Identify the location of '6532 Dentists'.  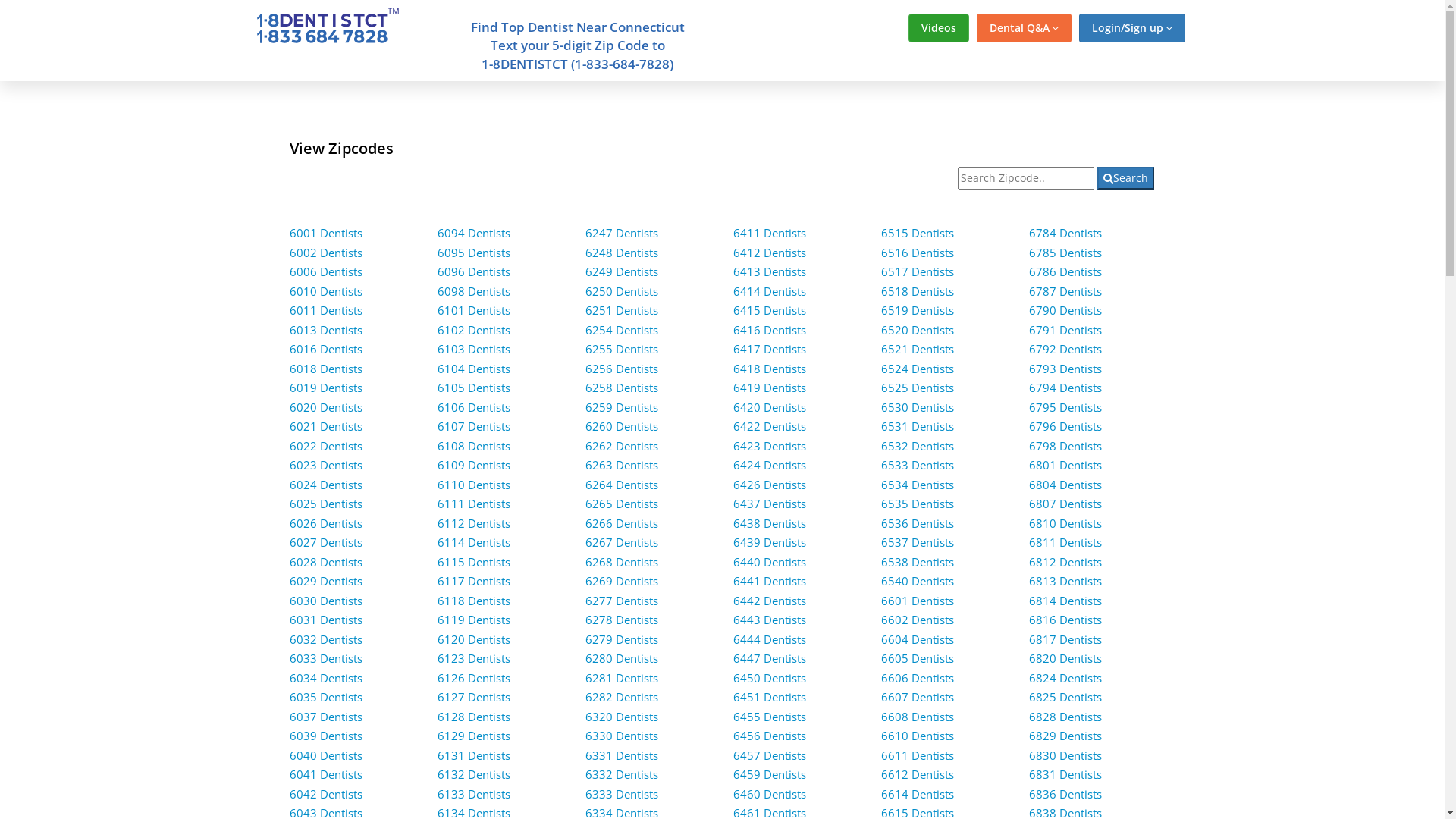
(916, 444).